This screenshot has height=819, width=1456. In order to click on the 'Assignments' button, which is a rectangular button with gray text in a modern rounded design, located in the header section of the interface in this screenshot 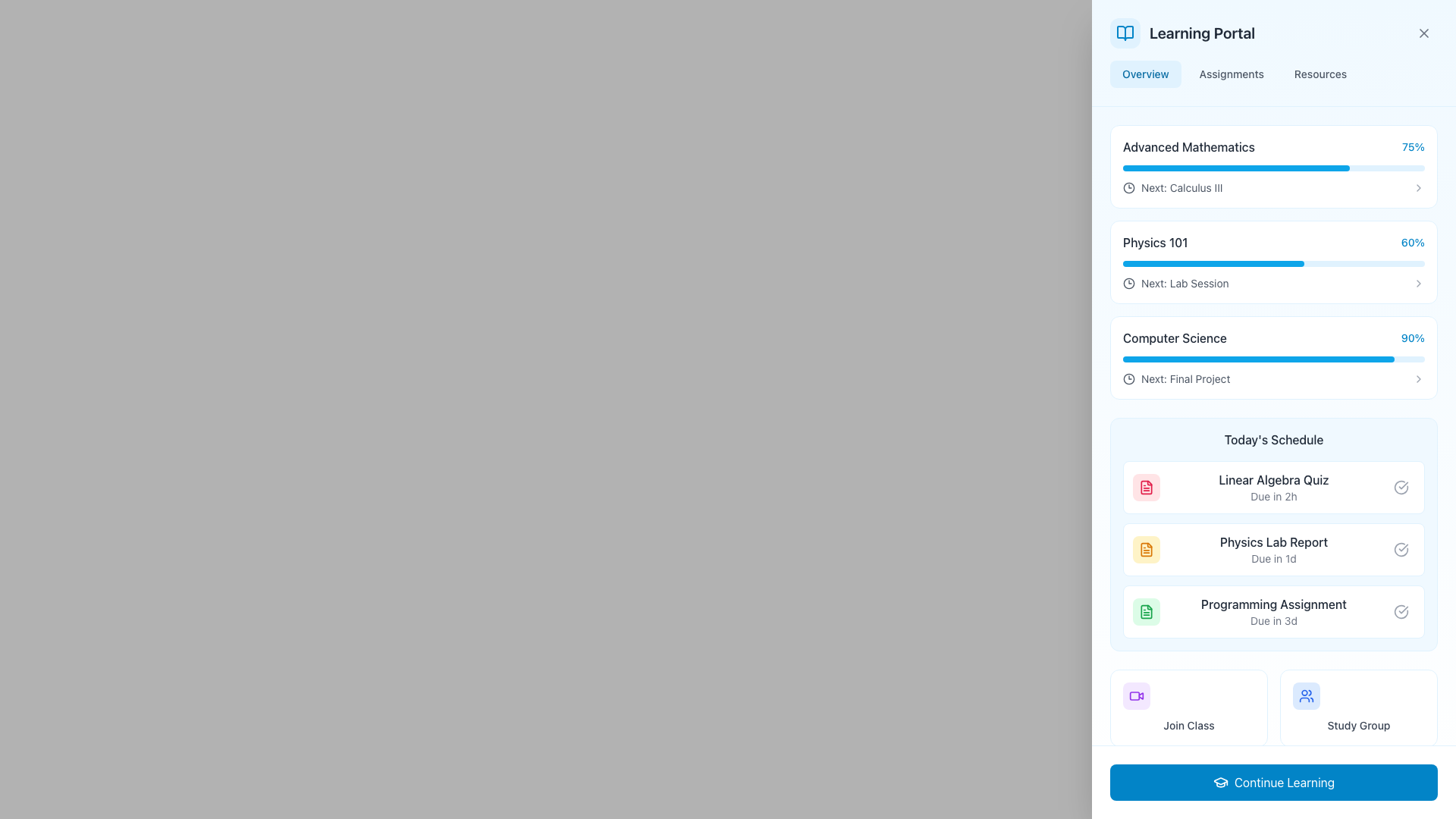, I will do `click(1232, 74)`.